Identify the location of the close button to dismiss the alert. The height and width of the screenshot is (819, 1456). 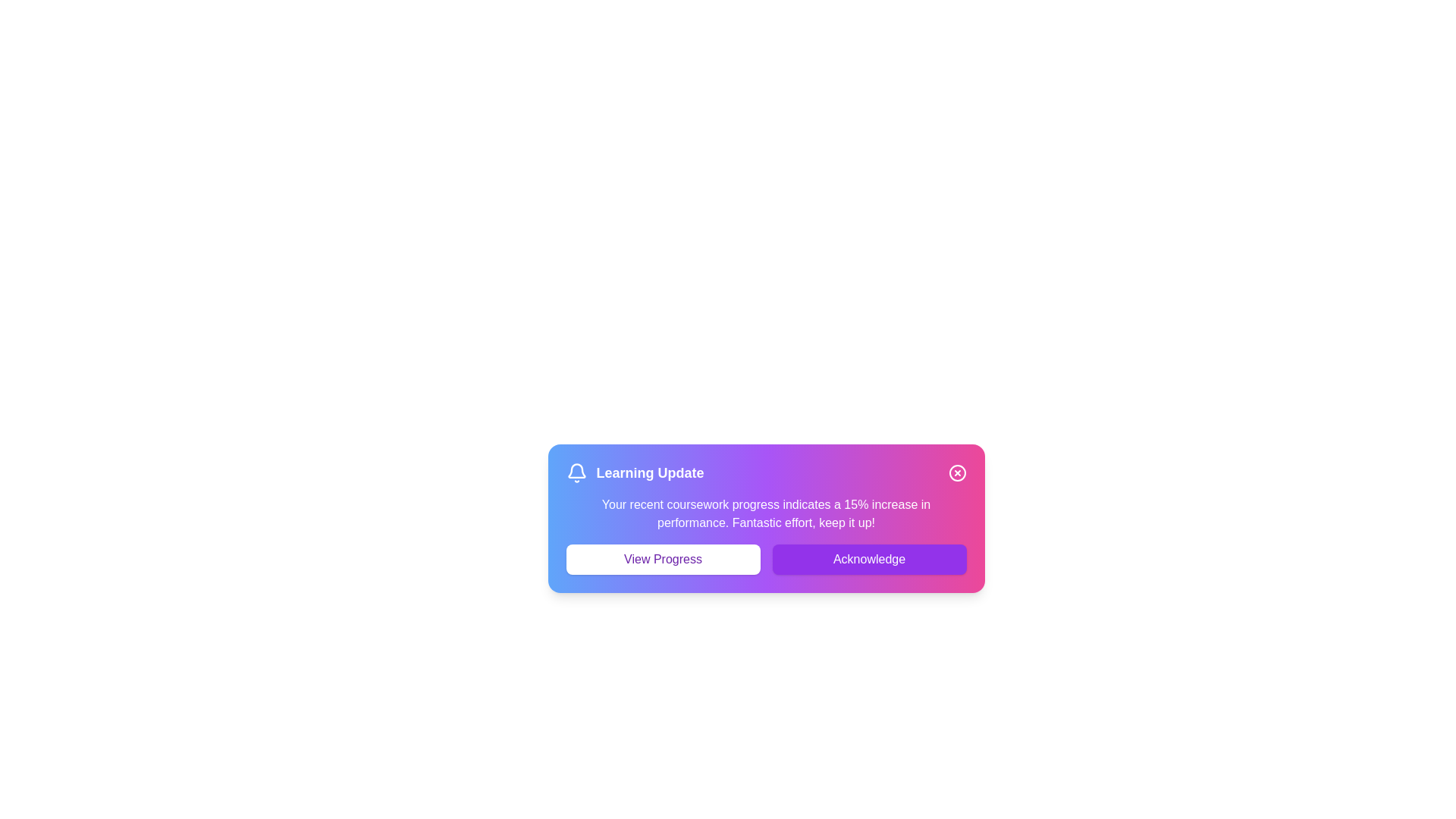
(956, 472).